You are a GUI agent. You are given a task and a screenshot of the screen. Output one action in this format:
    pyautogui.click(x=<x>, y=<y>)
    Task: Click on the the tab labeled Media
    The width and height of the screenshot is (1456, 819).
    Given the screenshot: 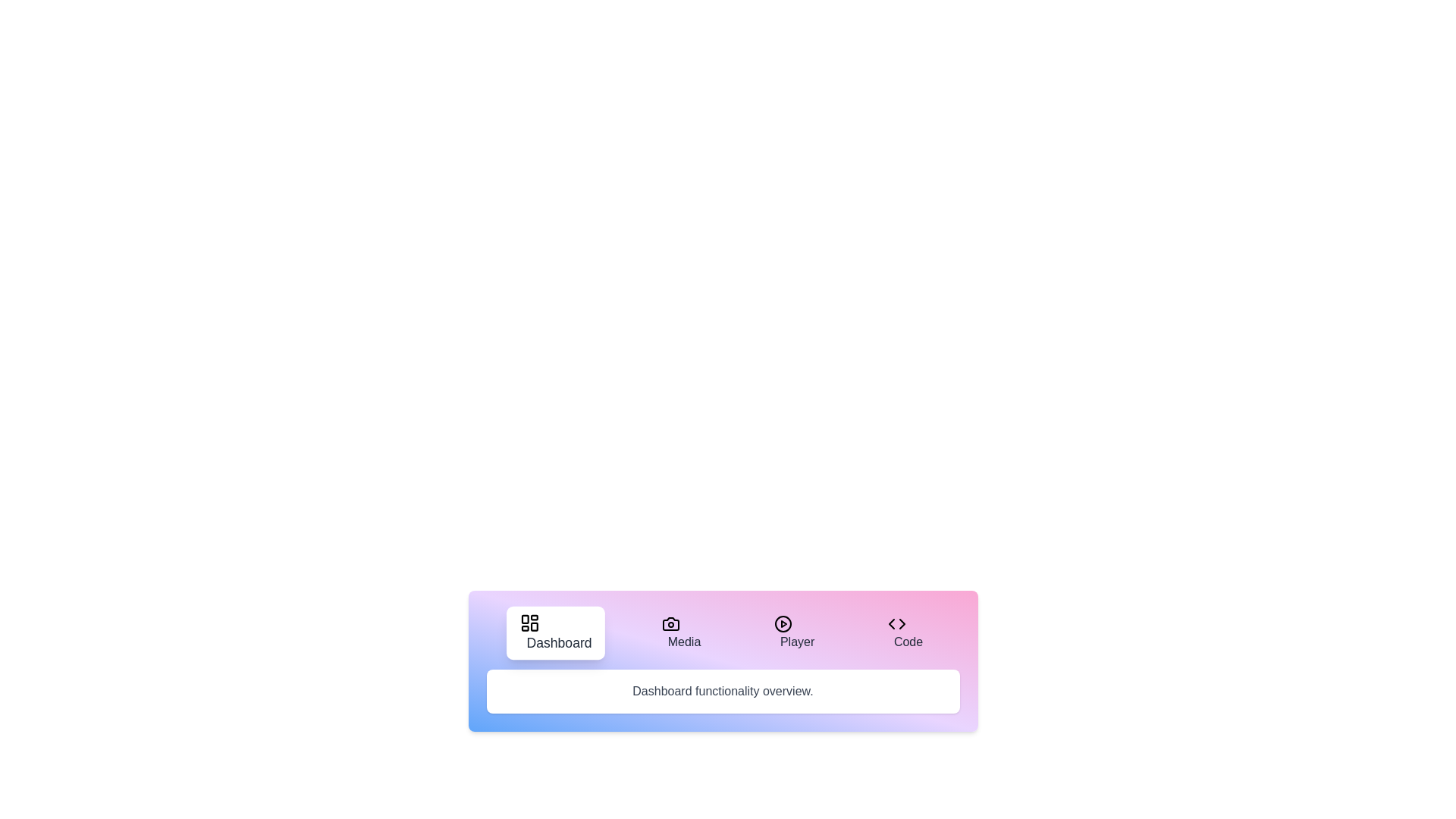 What is the action you would take?
    pyautogui.click(x=680, y=632)
    